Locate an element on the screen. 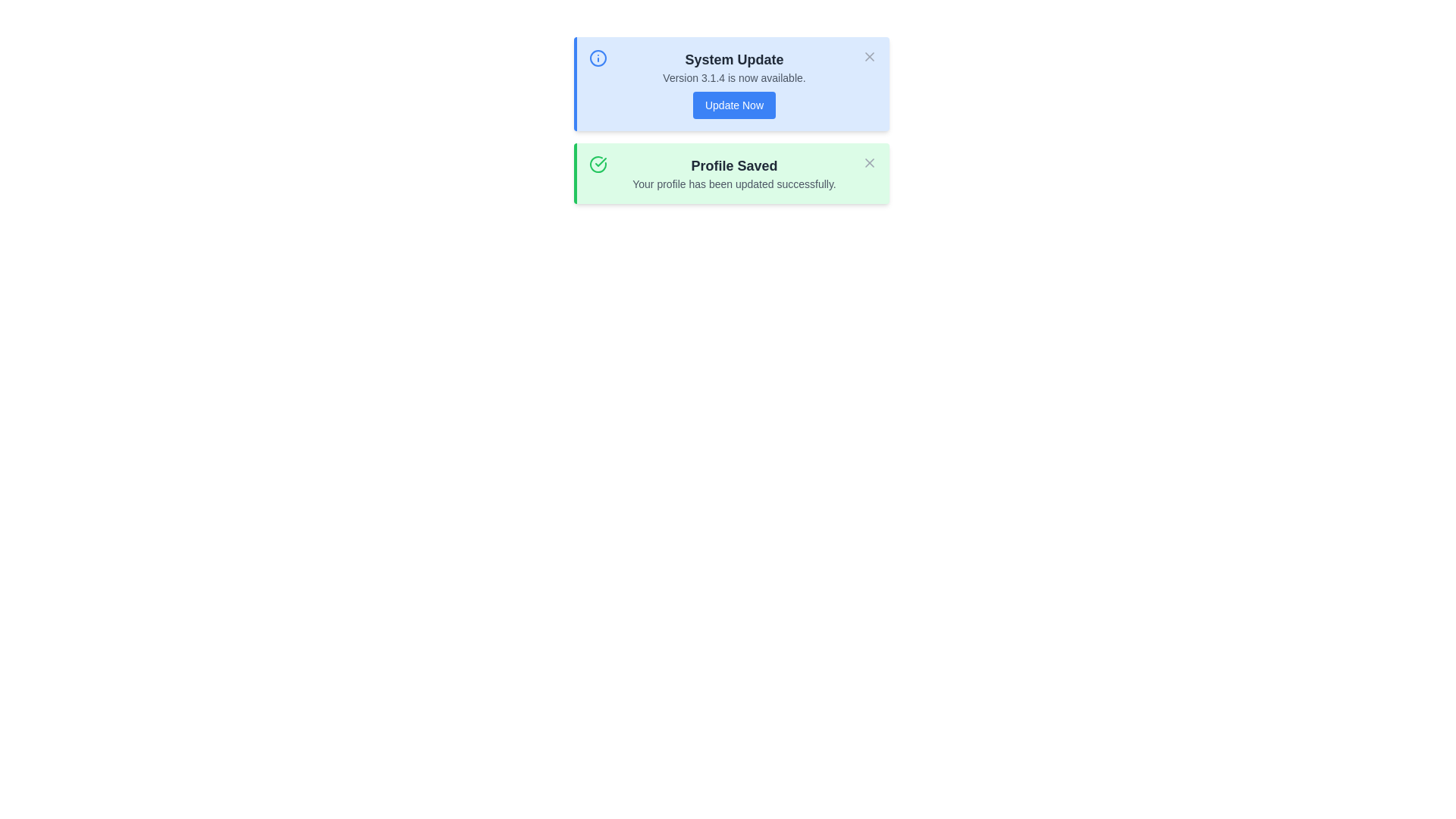 Image resolution: width=1456 pixels, height=819 pixels. the circular shape within the green checkmark icon in the 'Profile Saved' section beneath the 'System Update' notification is located at coordinates (597, 164).